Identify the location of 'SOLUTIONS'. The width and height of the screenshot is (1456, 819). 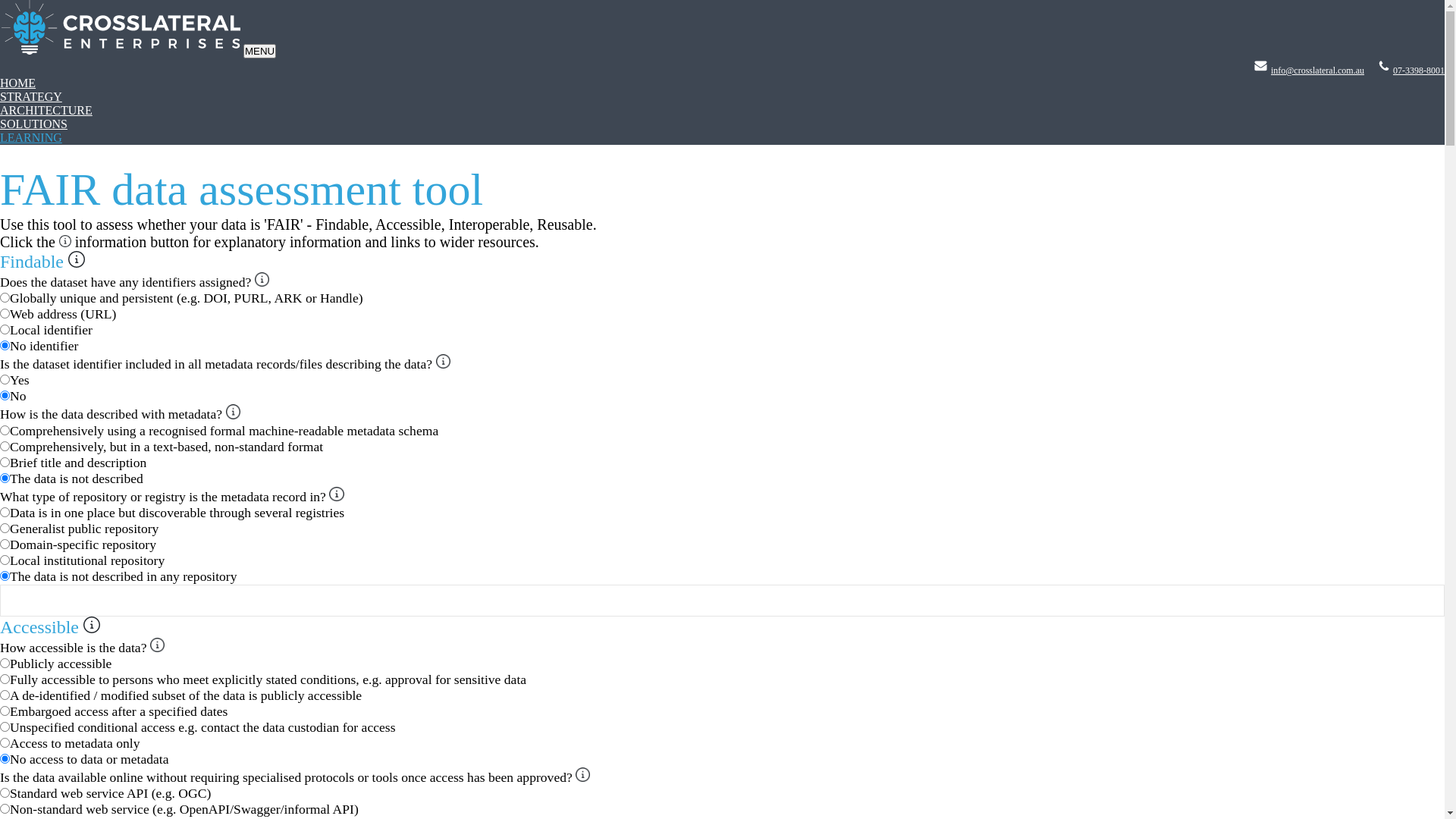
(33, 123).